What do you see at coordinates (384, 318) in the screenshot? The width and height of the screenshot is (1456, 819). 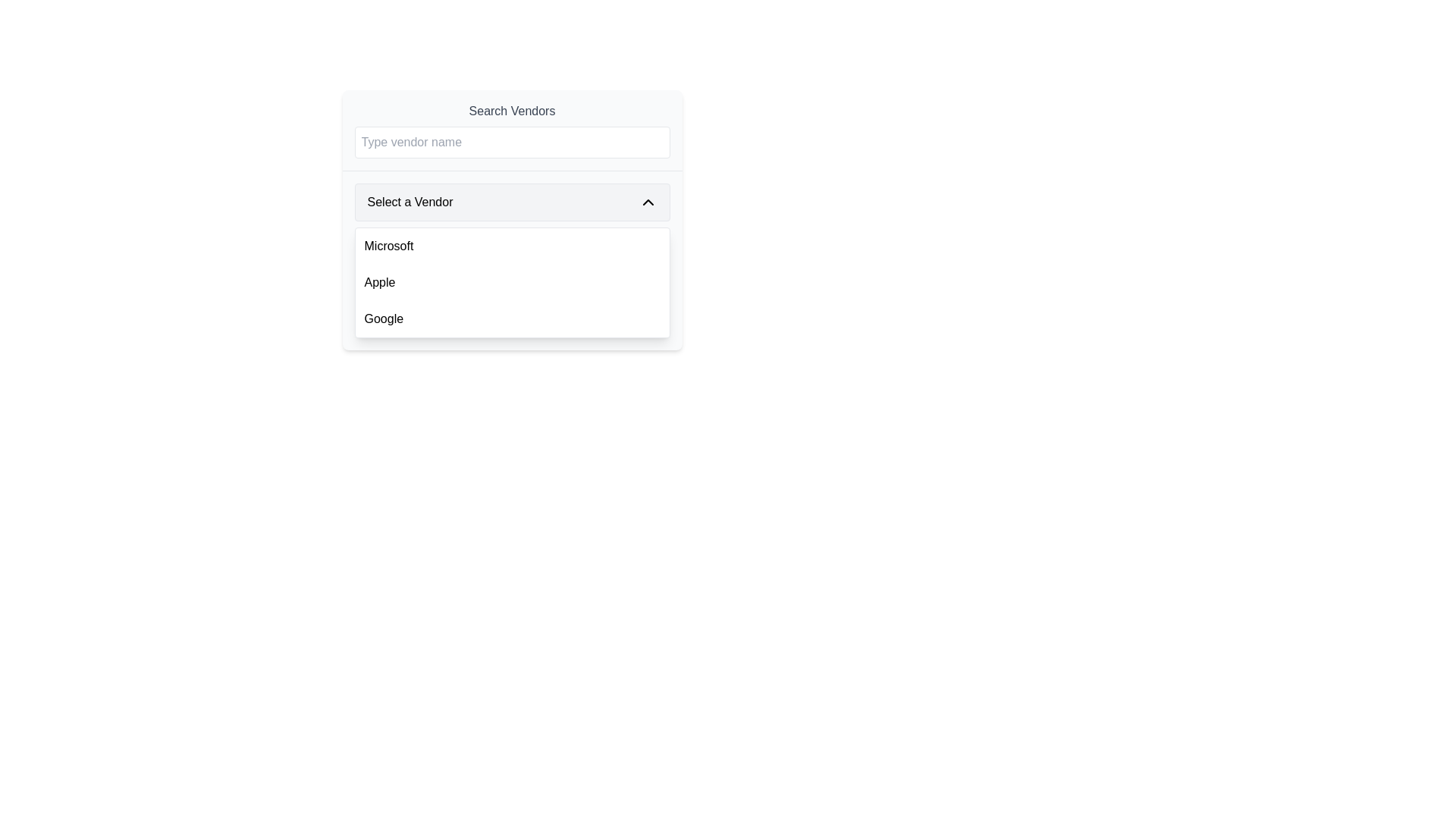 I see `the text 'Google' in bold font style located within the selectable list of vendors` at bounding box center [384, 318].